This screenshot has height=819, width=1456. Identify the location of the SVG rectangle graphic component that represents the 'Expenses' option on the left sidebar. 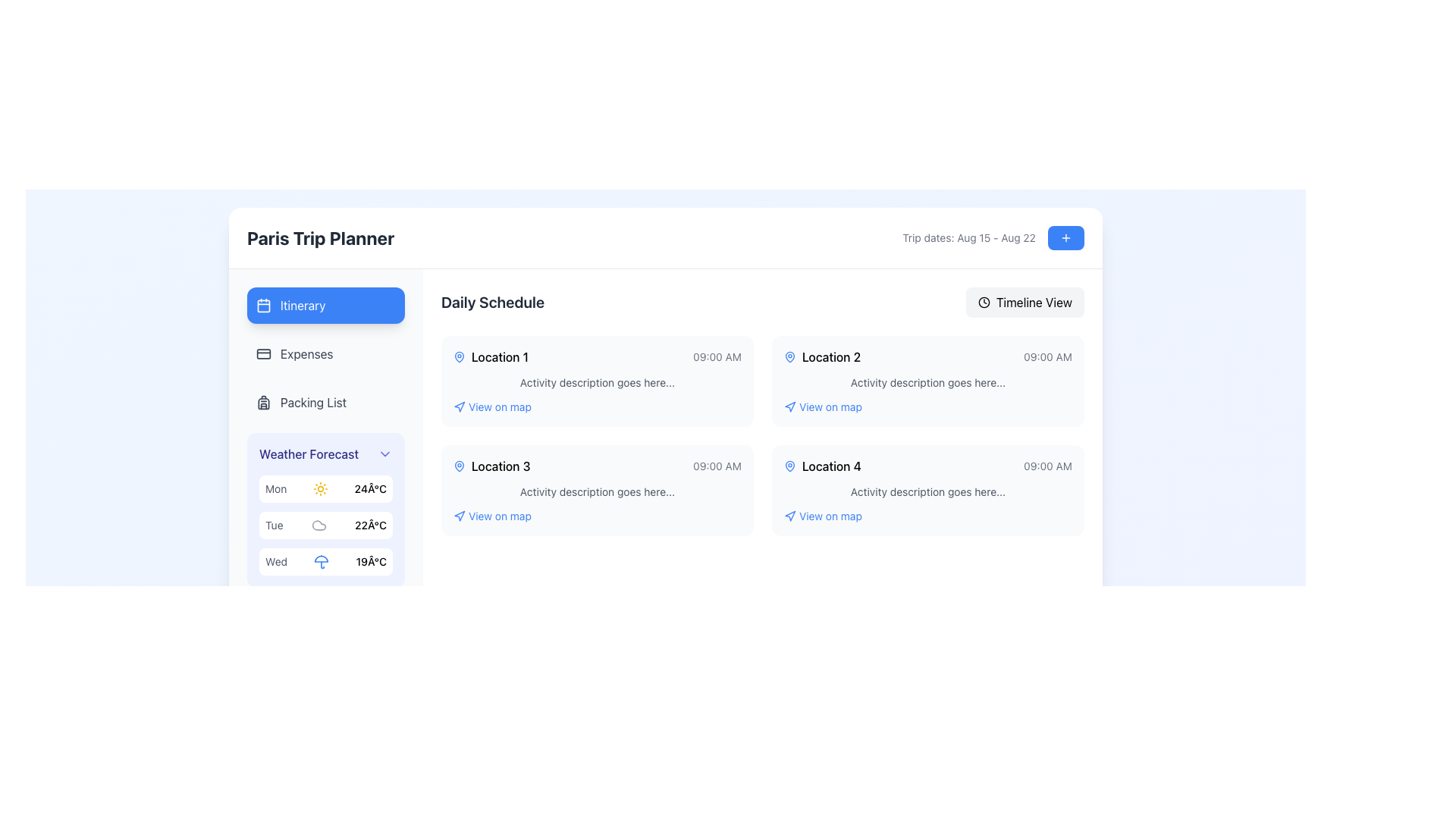
(263, 353).